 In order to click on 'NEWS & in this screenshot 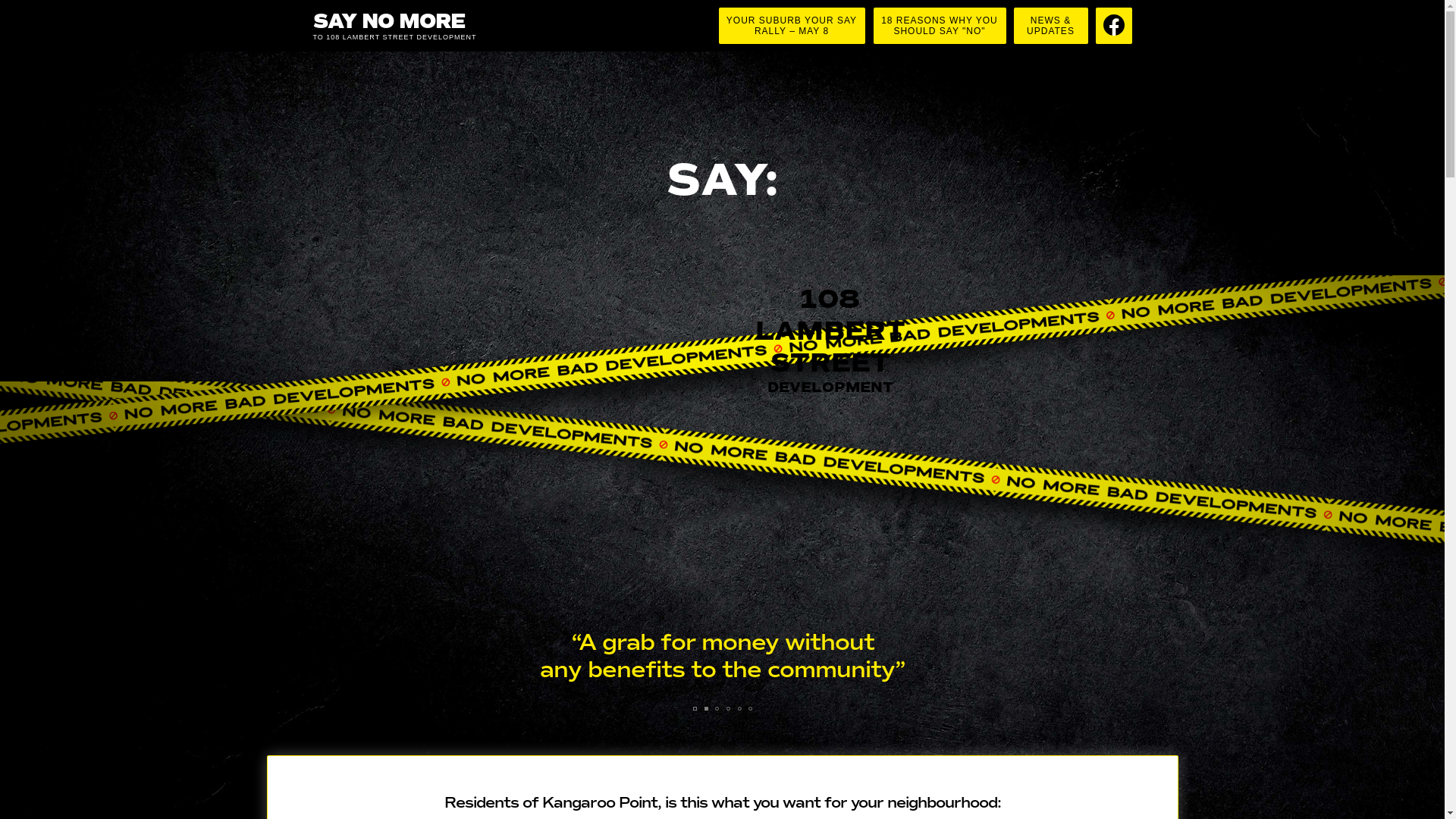, I will do `click(1050, 26)`.